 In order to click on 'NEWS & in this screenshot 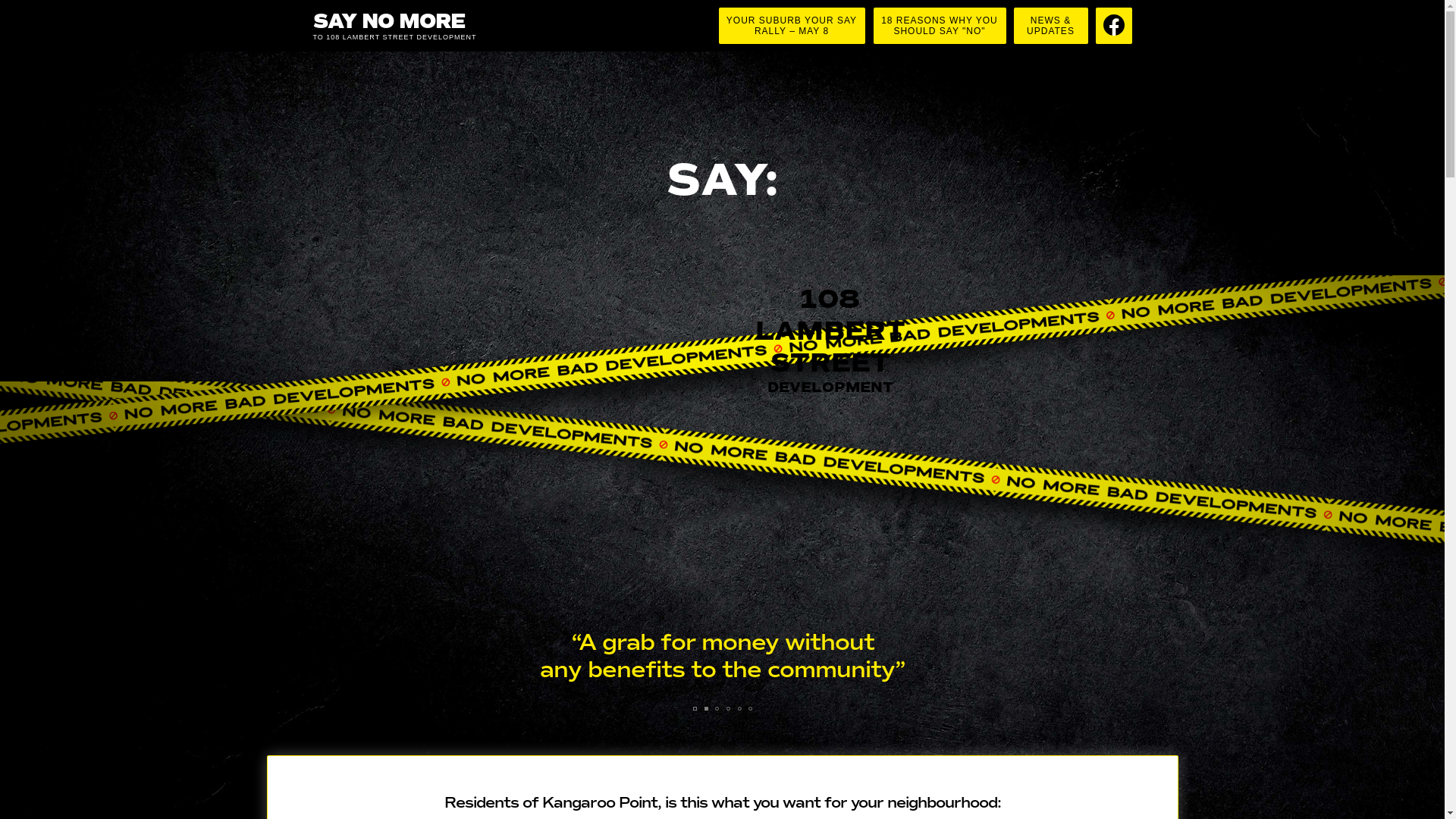, I will do `click(1050, 26)`.